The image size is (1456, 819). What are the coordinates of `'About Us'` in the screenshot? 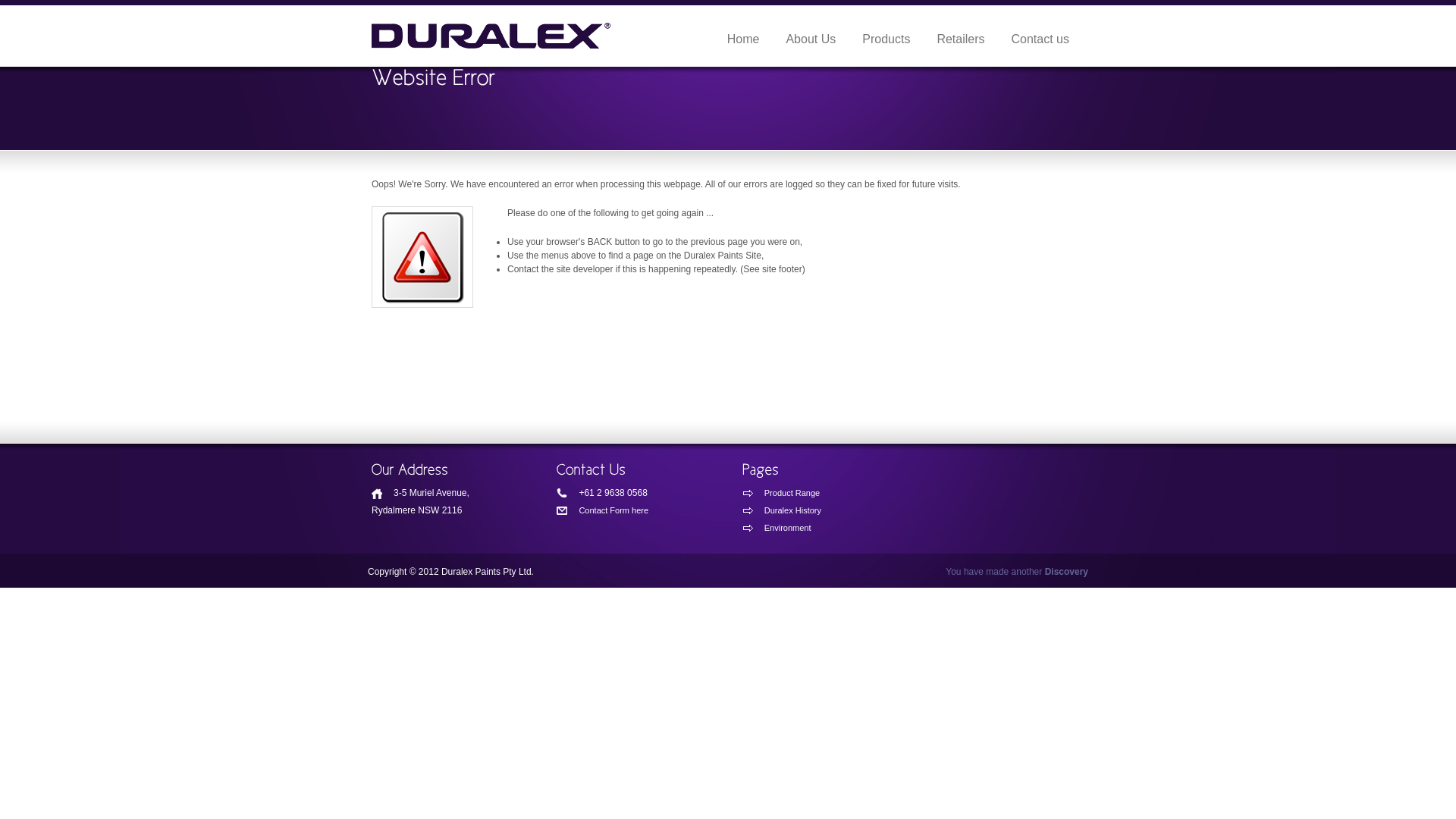 It's located at (810, 39).